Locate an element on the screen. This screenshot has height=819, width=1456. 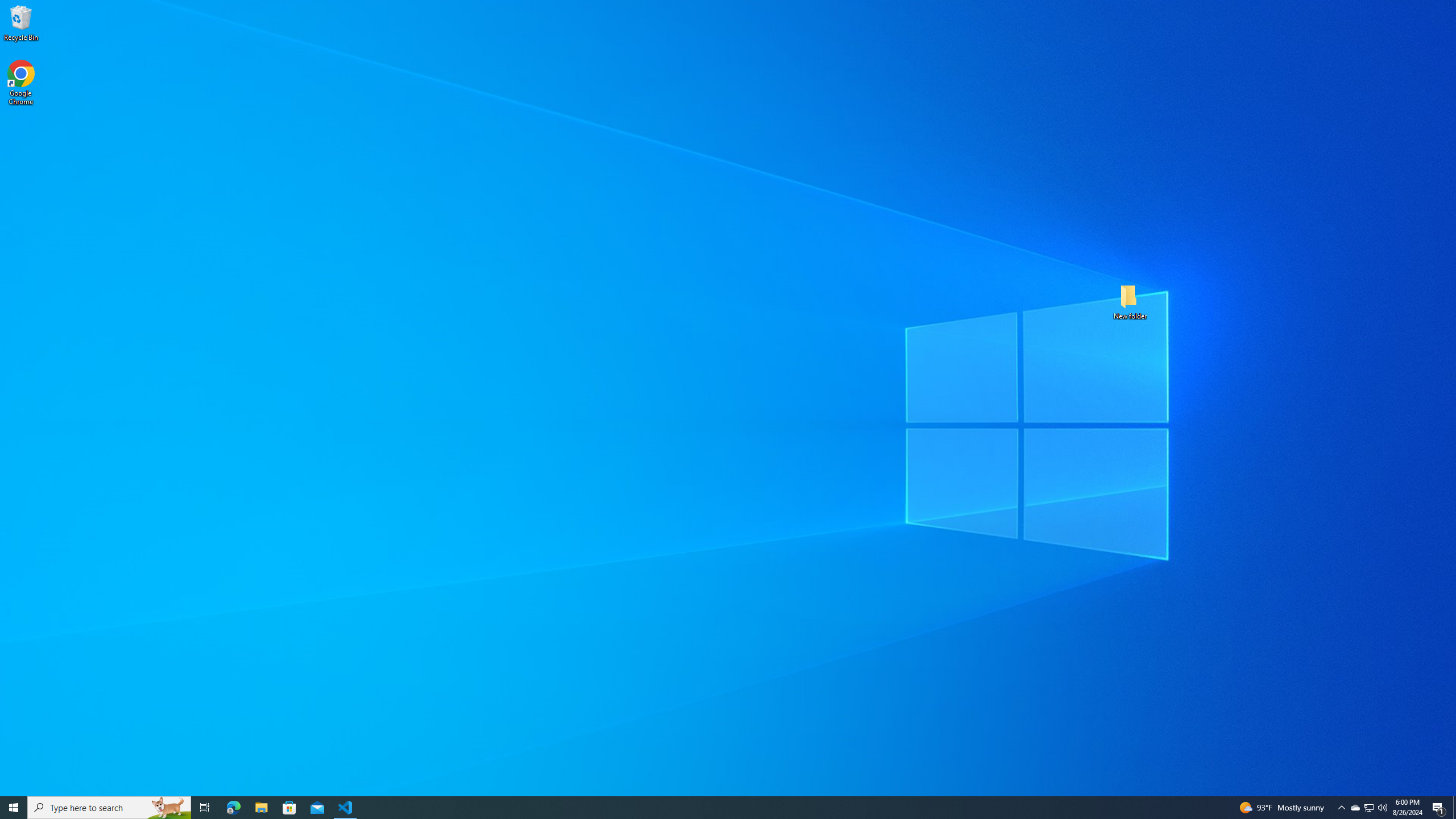
'Google Chrome' is located at coordinates (20, 82).